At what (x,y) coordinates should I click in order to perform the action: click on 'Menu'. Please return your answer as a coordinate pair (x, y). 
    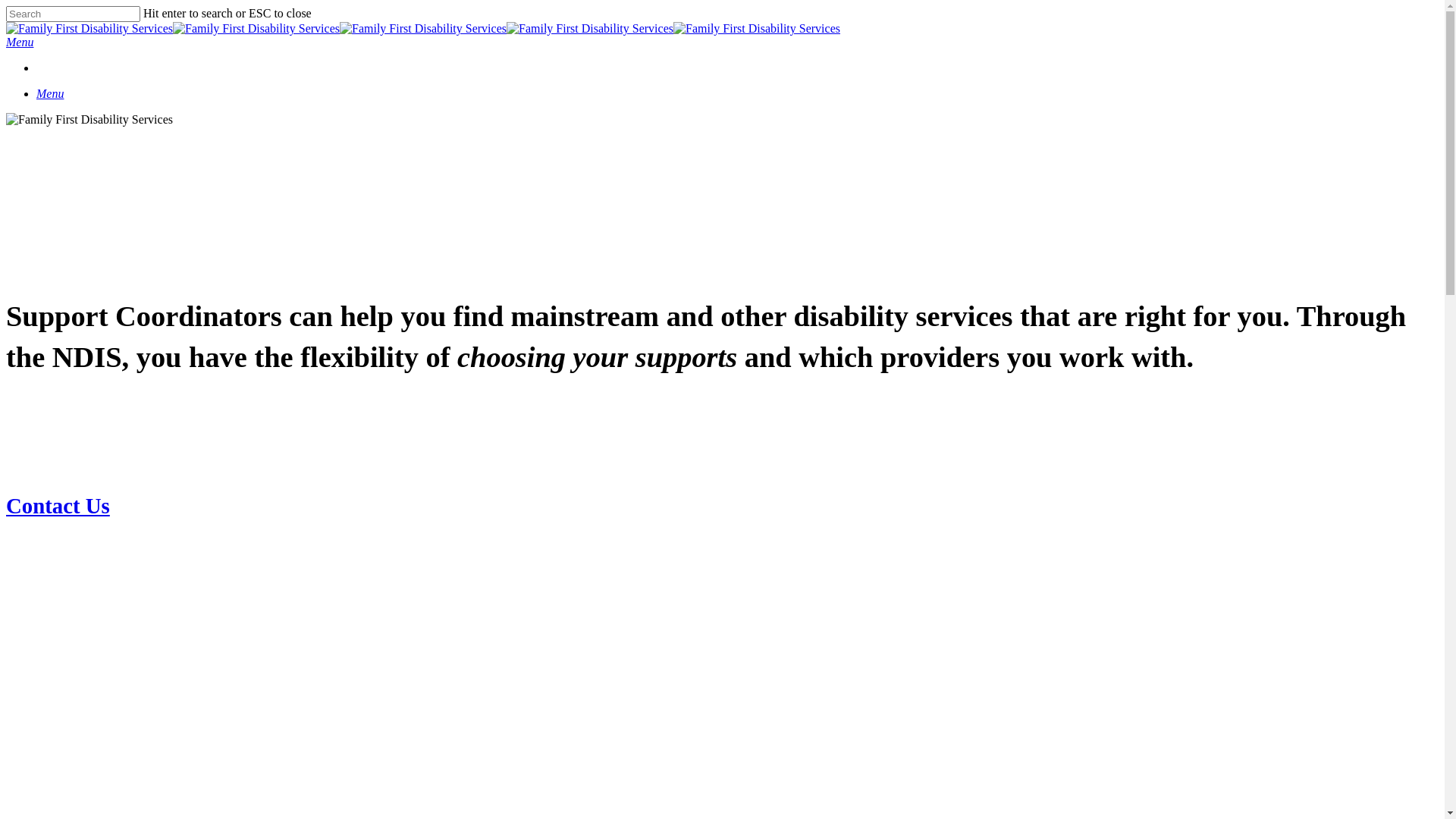
    Looking at the image, I should click on (36, 93).